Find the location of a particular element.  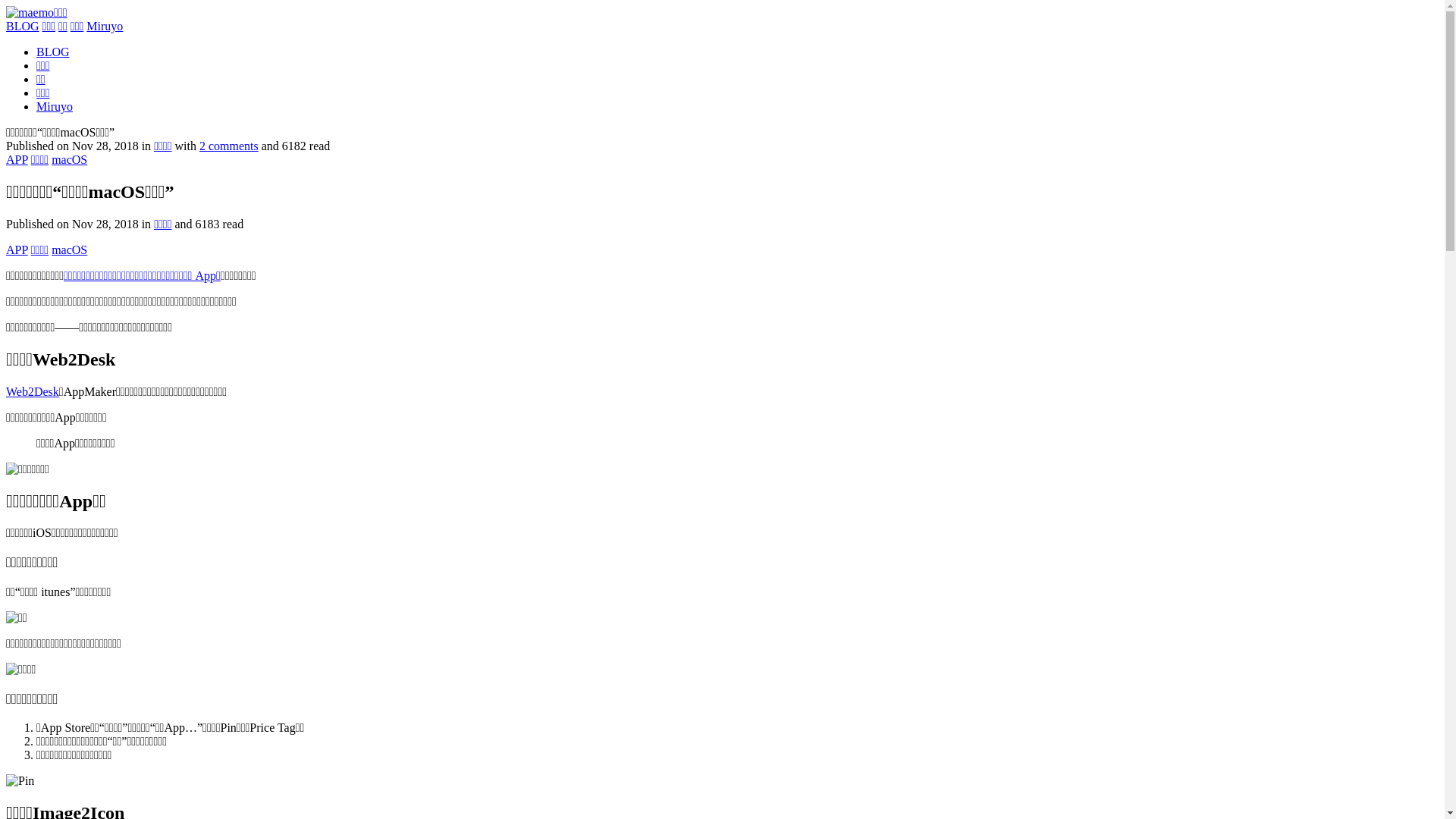

'macOS' is located at coordinates (68, 249).